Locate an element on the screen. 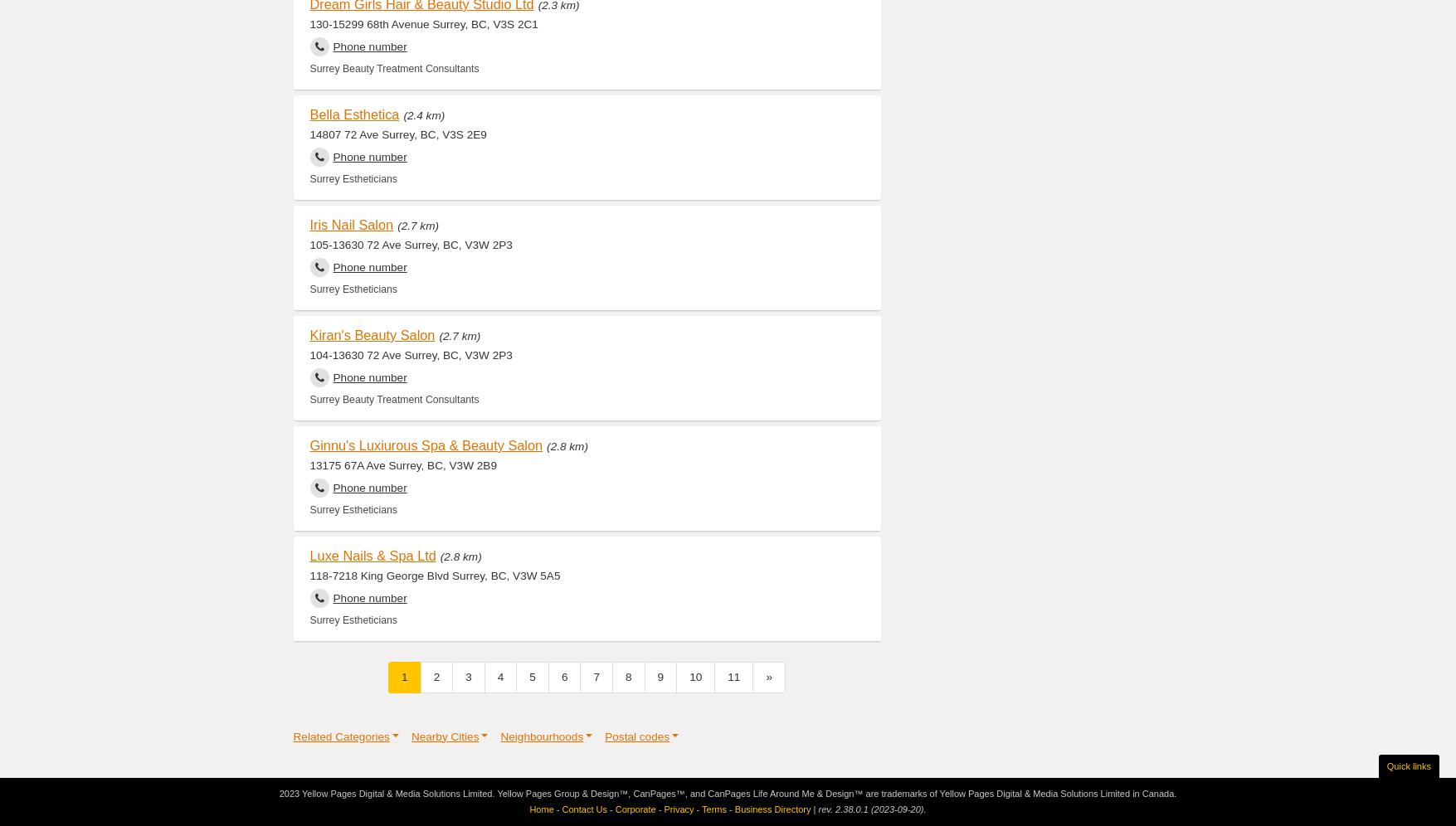 The image size is (1456, 826). 'Neighbourhoods' is located at coordinates (542, 735).